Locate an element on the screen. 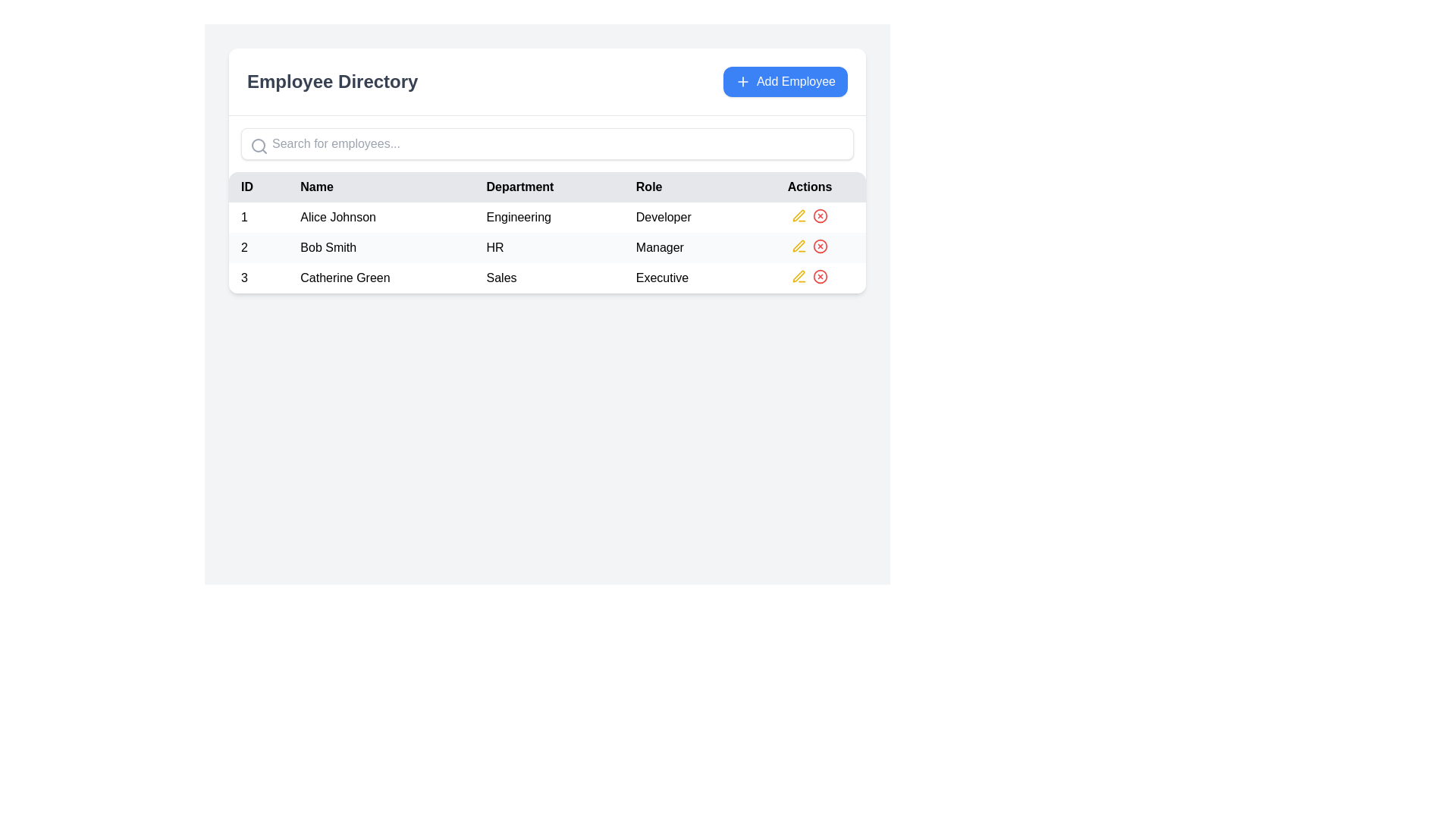 The image size is (1456, 819). to interact with the second row in the employee directory table displaying Bob Smith's information from the HR department is located at coordinates (546, 247).